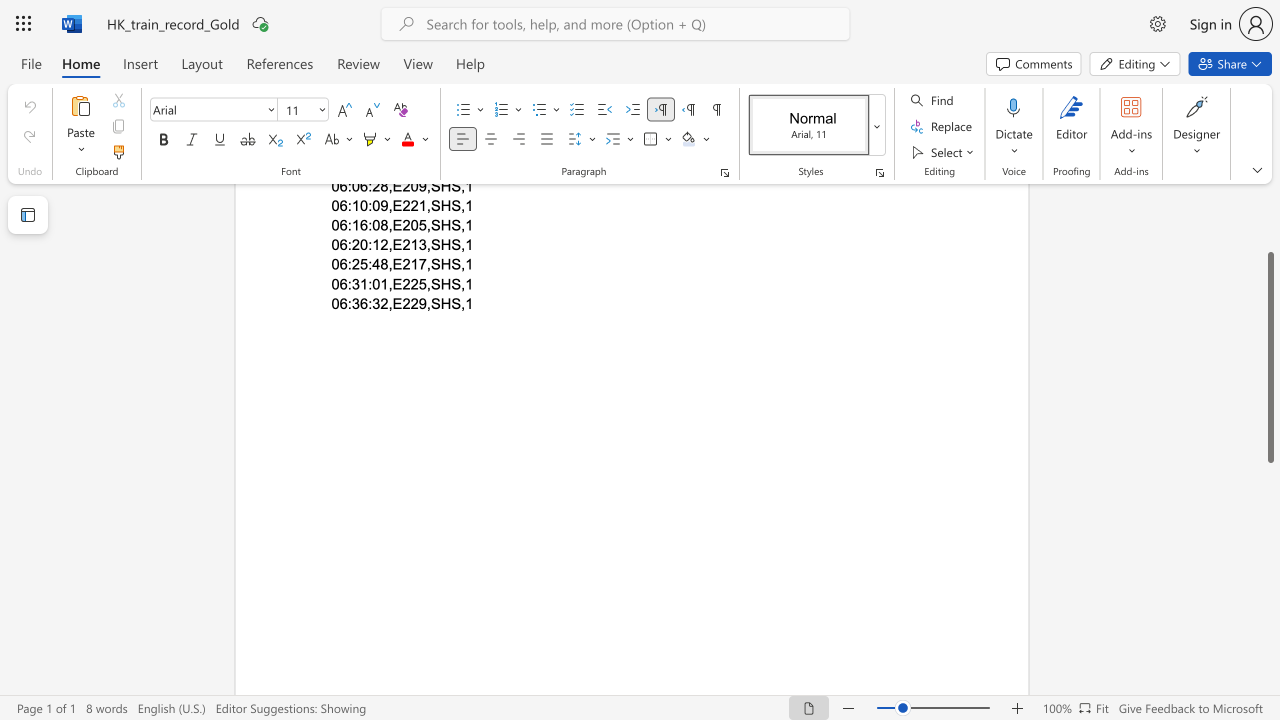 The width and height of the screenshot is (1280, 720). What do you see at coordinates (1269, 357) in the screenshot?
I see `the scrollbar and move up 60 pixels` at bounding box center [1269, 357].